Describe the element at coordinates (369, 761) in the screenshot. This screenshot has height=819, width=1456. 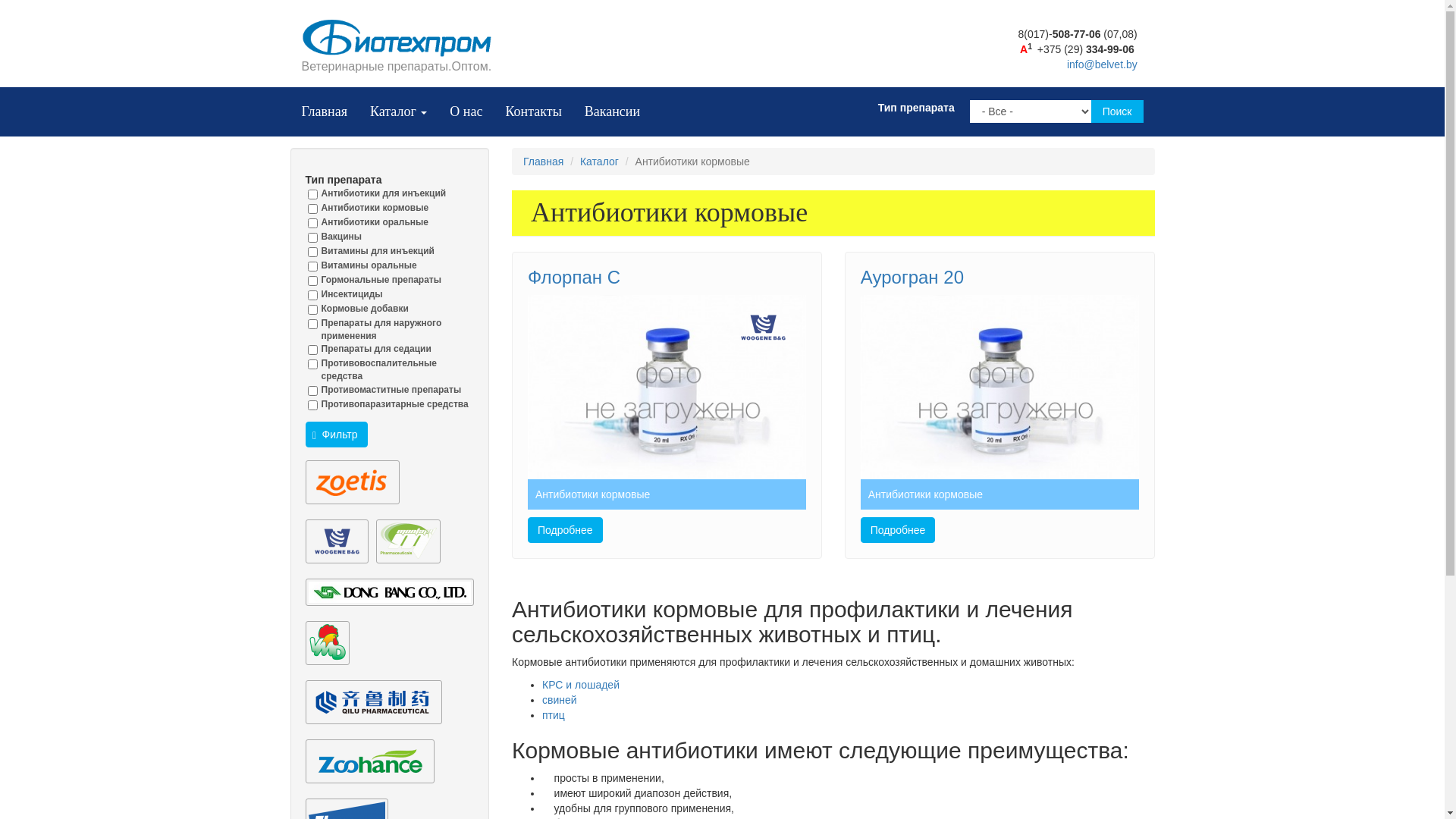
I see `'Ningxia Zoohance Biotech'` at that location.